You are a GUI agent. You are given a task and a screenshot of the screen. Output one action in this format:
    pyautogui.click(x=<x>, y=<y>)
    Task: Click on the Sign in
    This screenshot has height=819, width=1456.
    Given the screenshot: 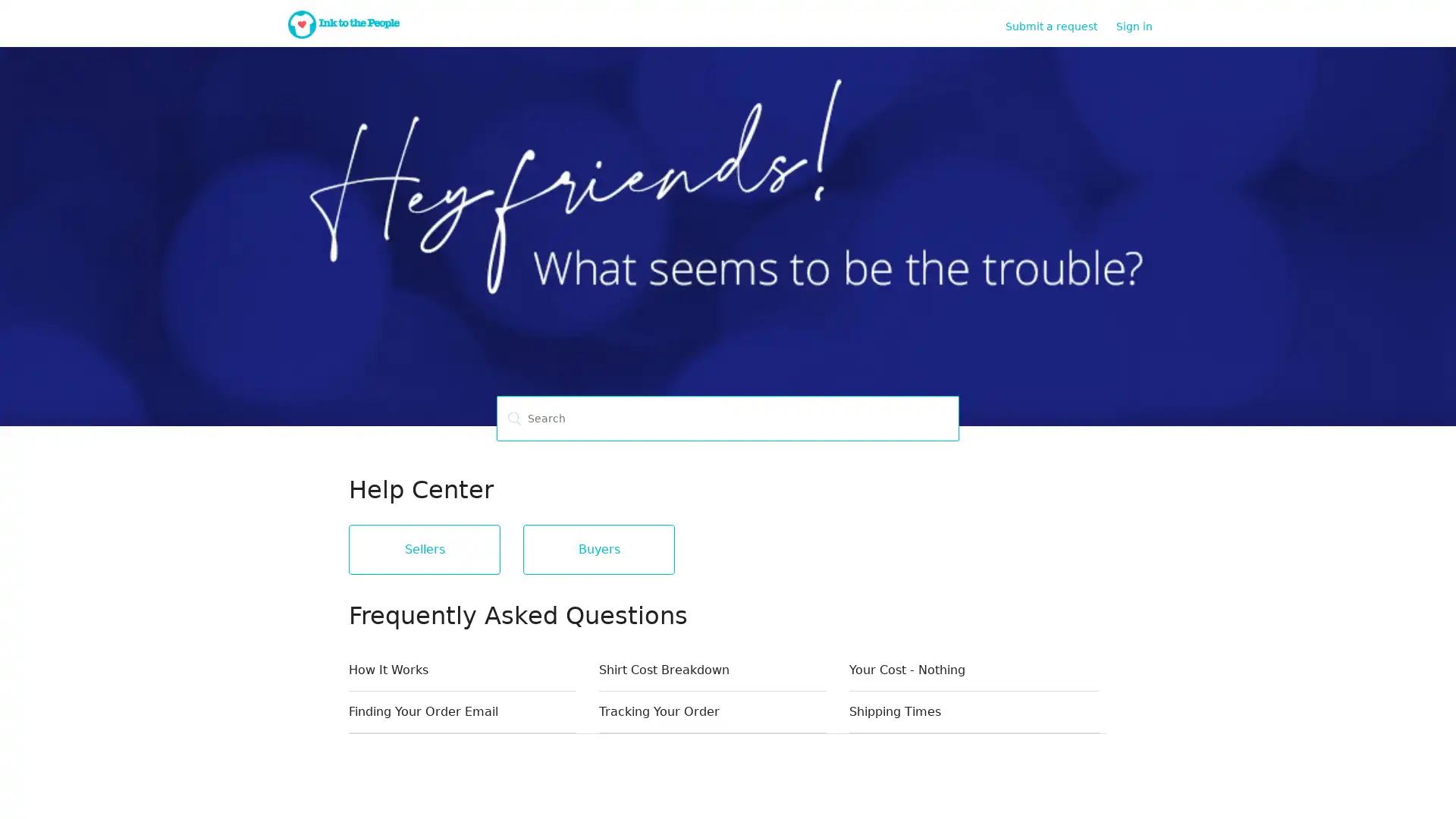 What is the action you would take?
    pyautogui.click(x=1142, y=26)
    